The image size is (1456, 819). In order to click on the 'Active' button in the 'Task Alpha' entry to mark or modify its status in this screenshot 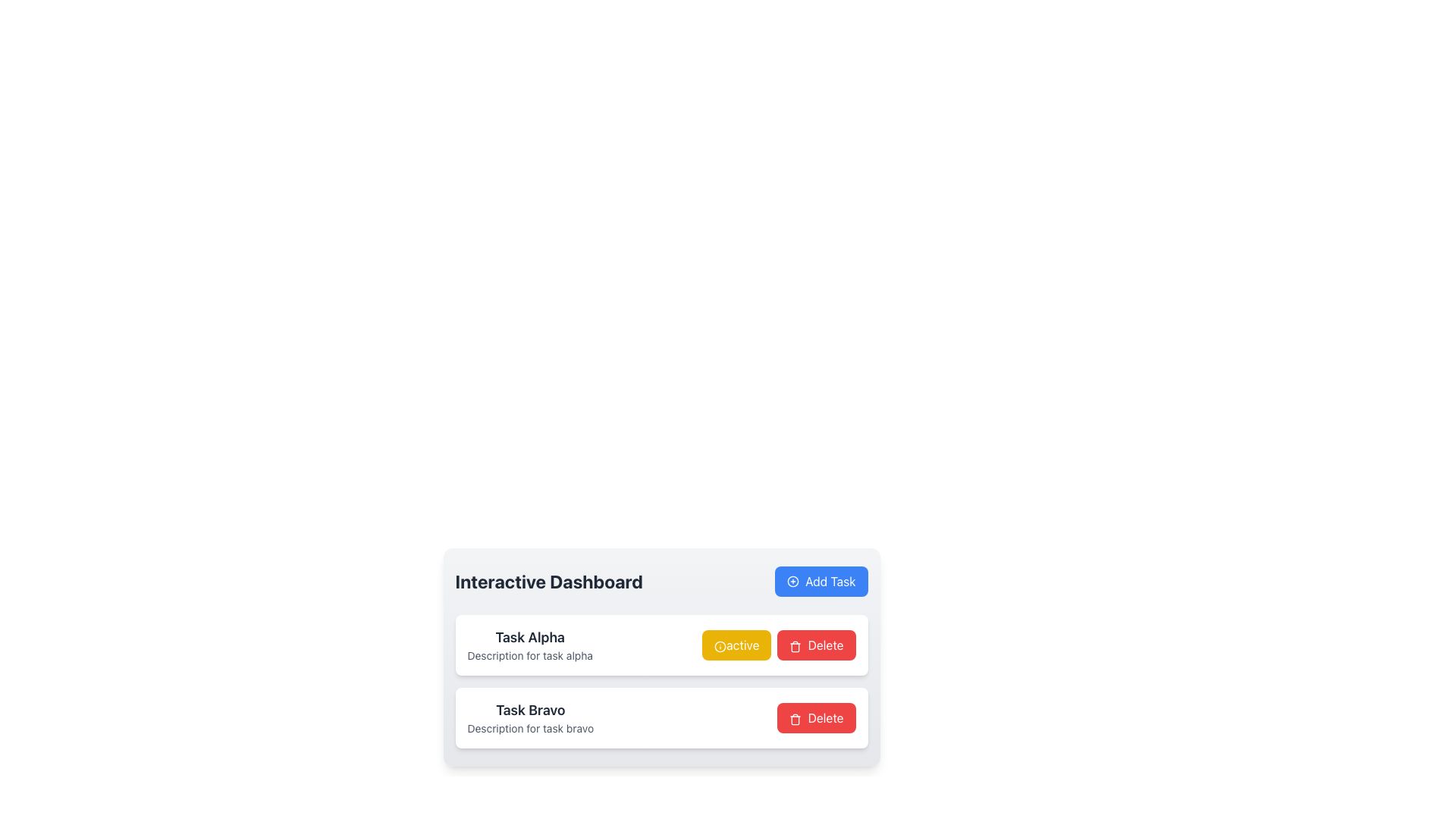, I will do `click(661, 645)`.